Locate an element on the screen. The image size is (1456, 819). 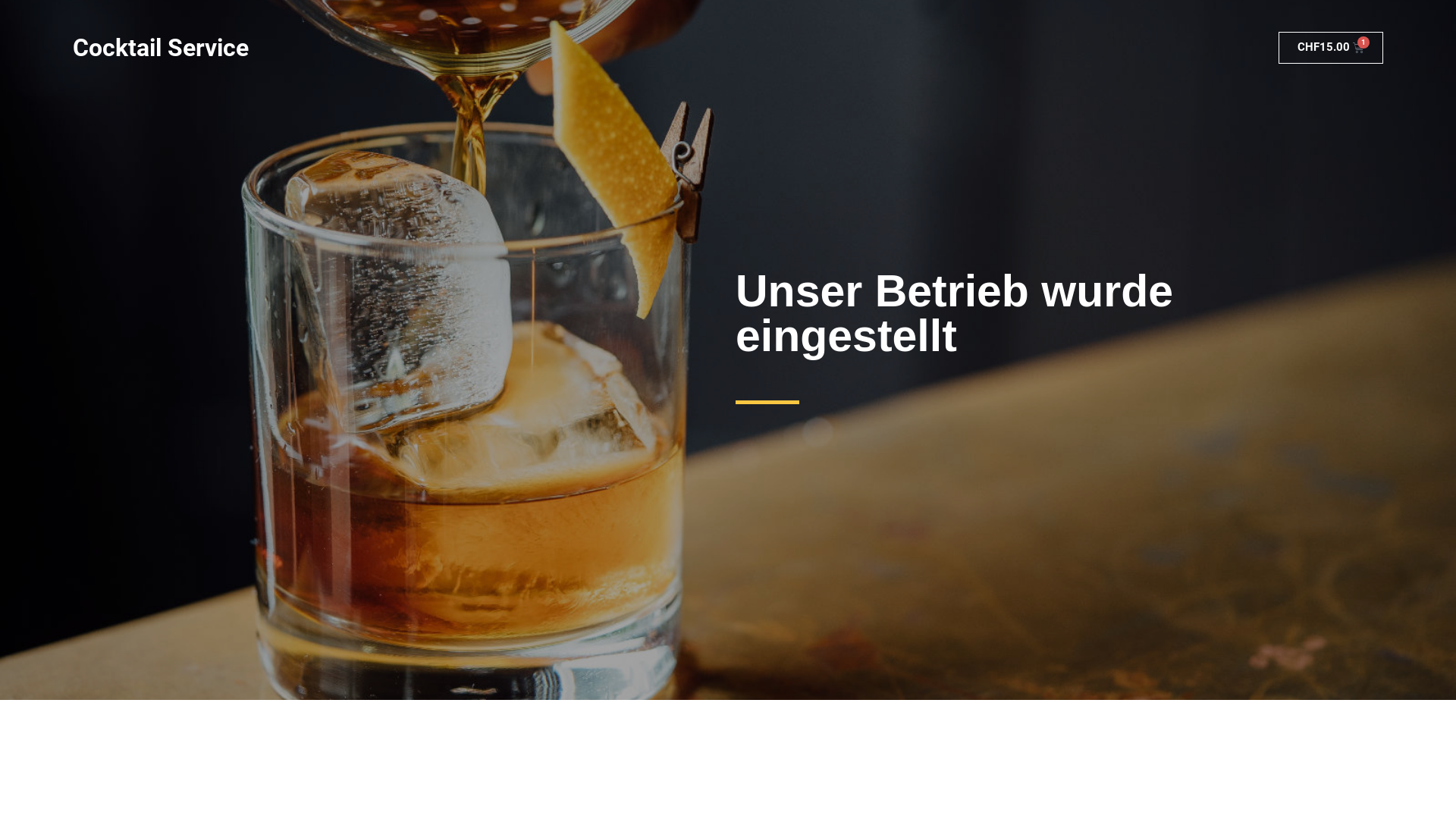
'Cocktail Service' is located at coordinates (160, 46).